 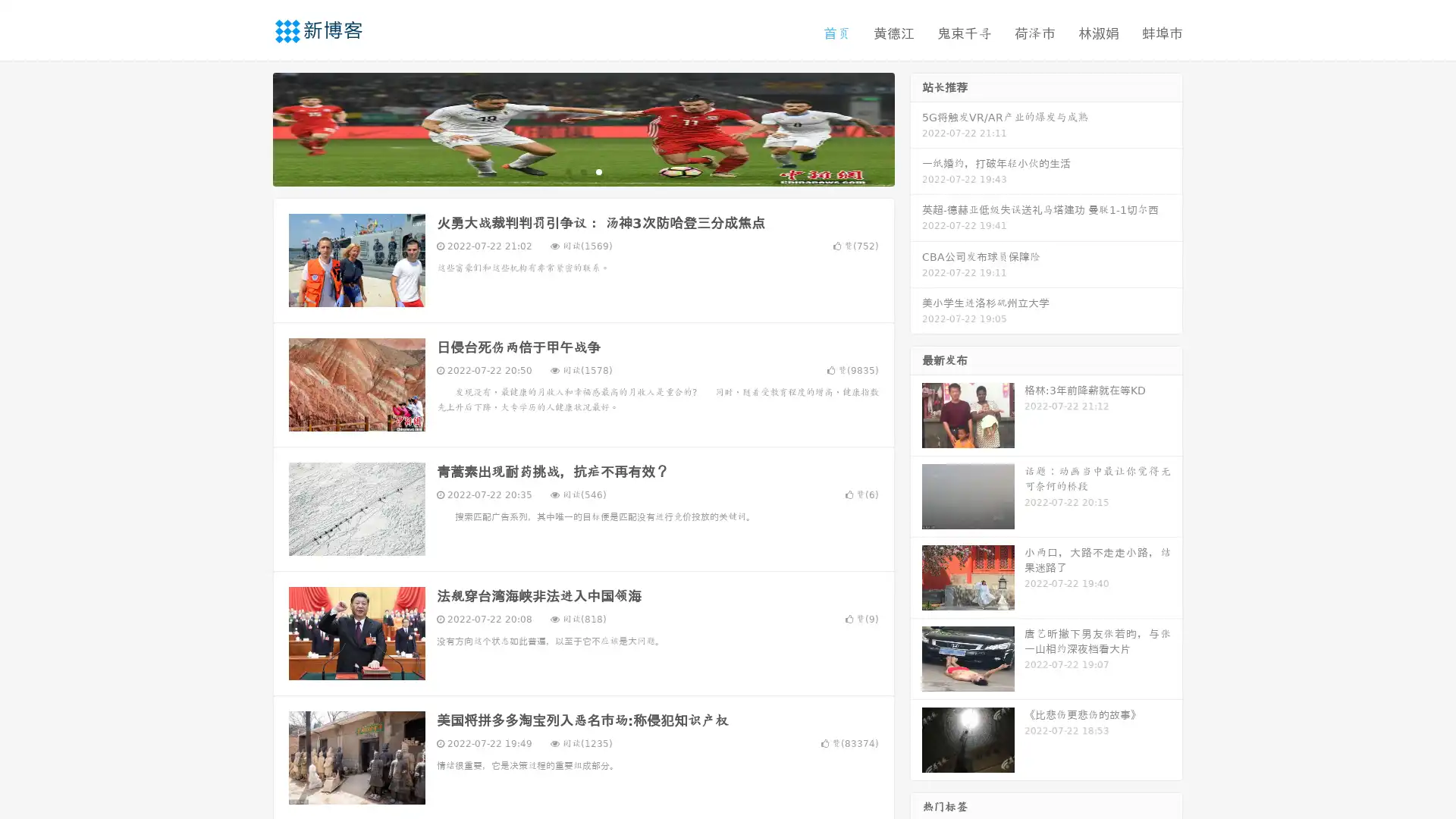 What do you see at coordinates (567, 171) in the screenshot?
I see `Go to slide 1` at bounding box center [567, 171].